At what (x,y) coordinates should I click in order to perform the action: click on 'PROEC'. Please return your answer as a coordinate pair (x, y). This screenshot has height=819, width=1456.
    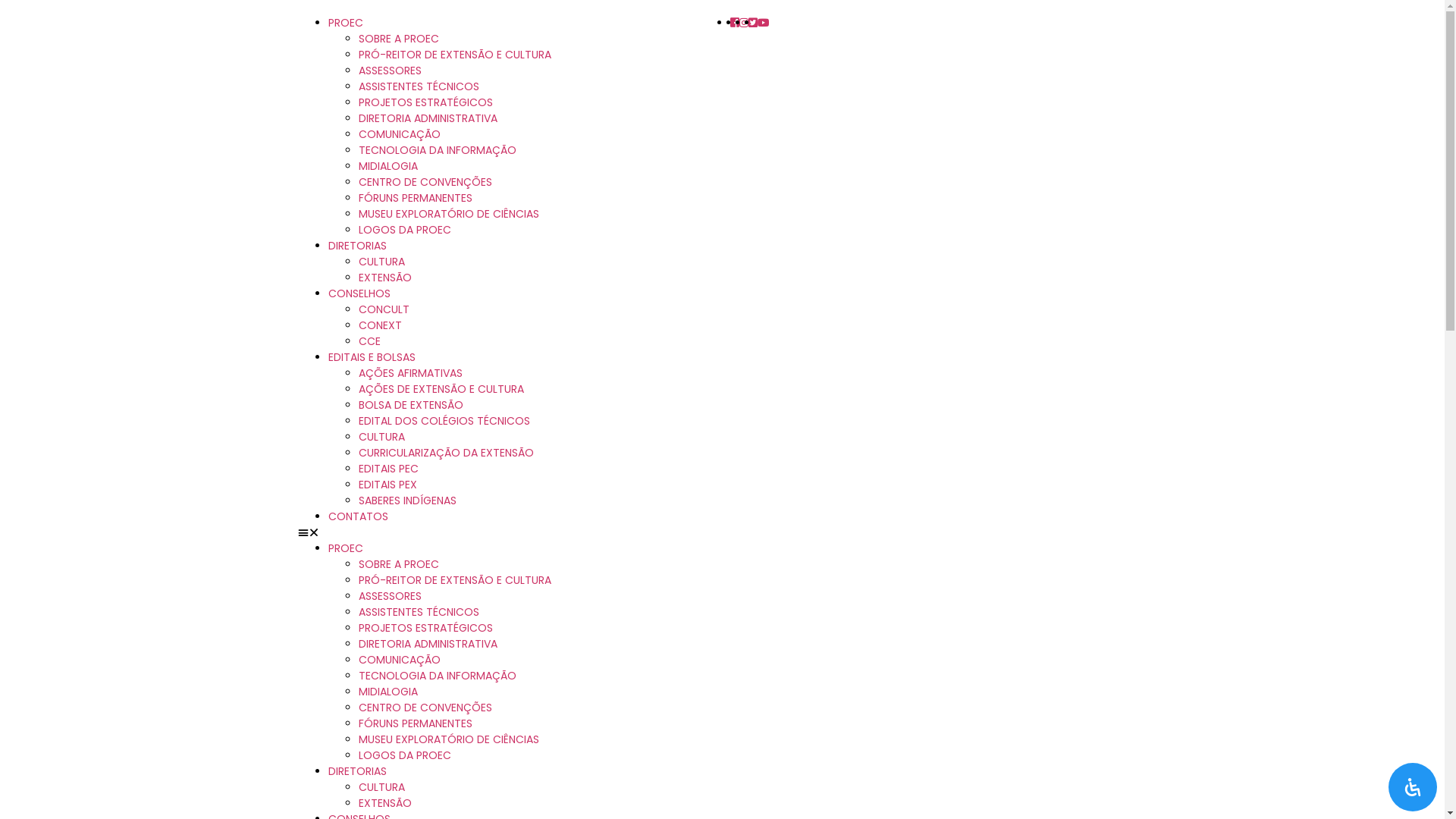
    Looking at the image, I should click on (327, 23).